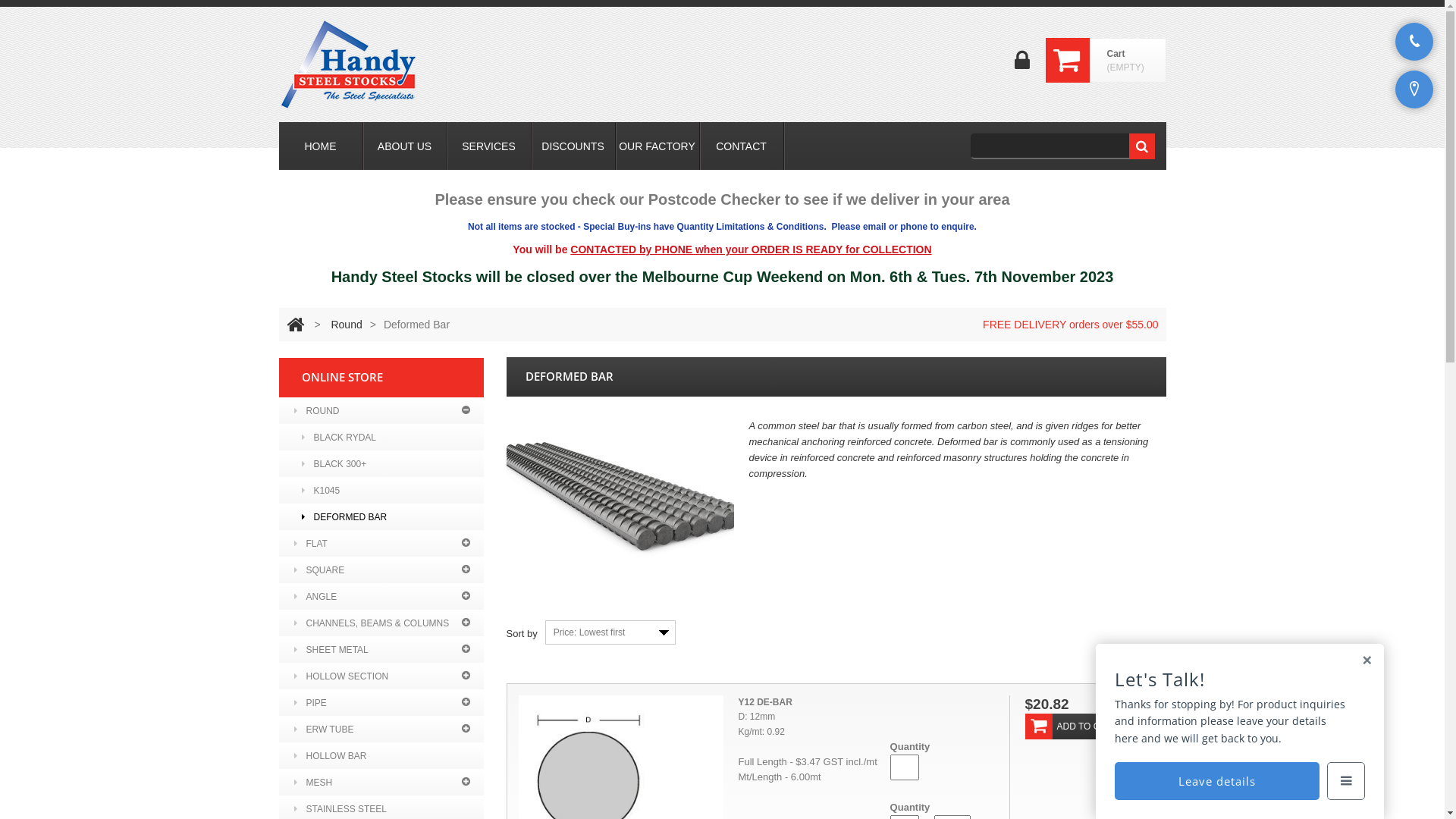  I want to click on 'ROUND', so click(279, 410).